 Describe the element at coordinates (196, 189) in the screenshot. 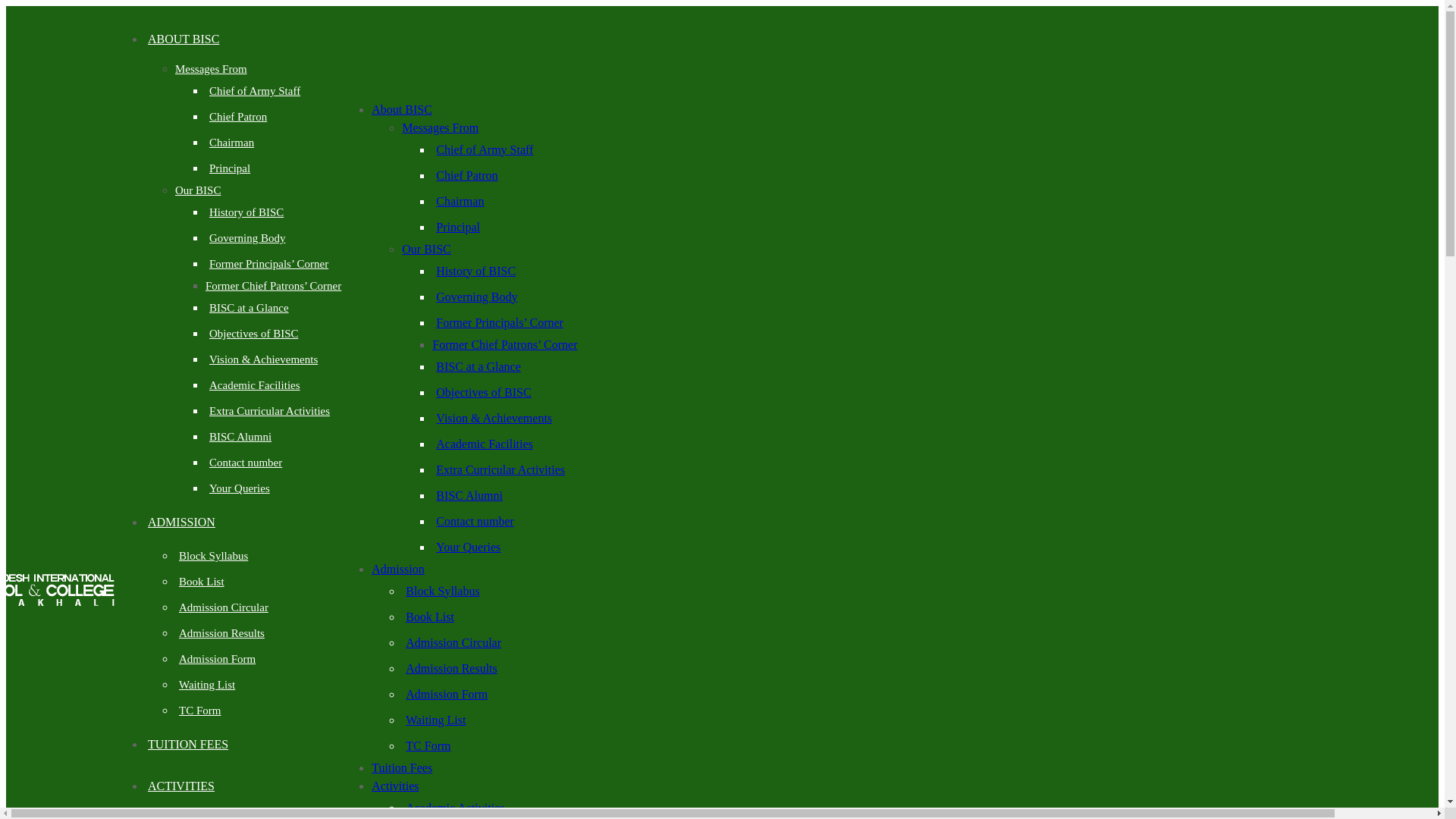

I see `'Our BISC'` at that location.